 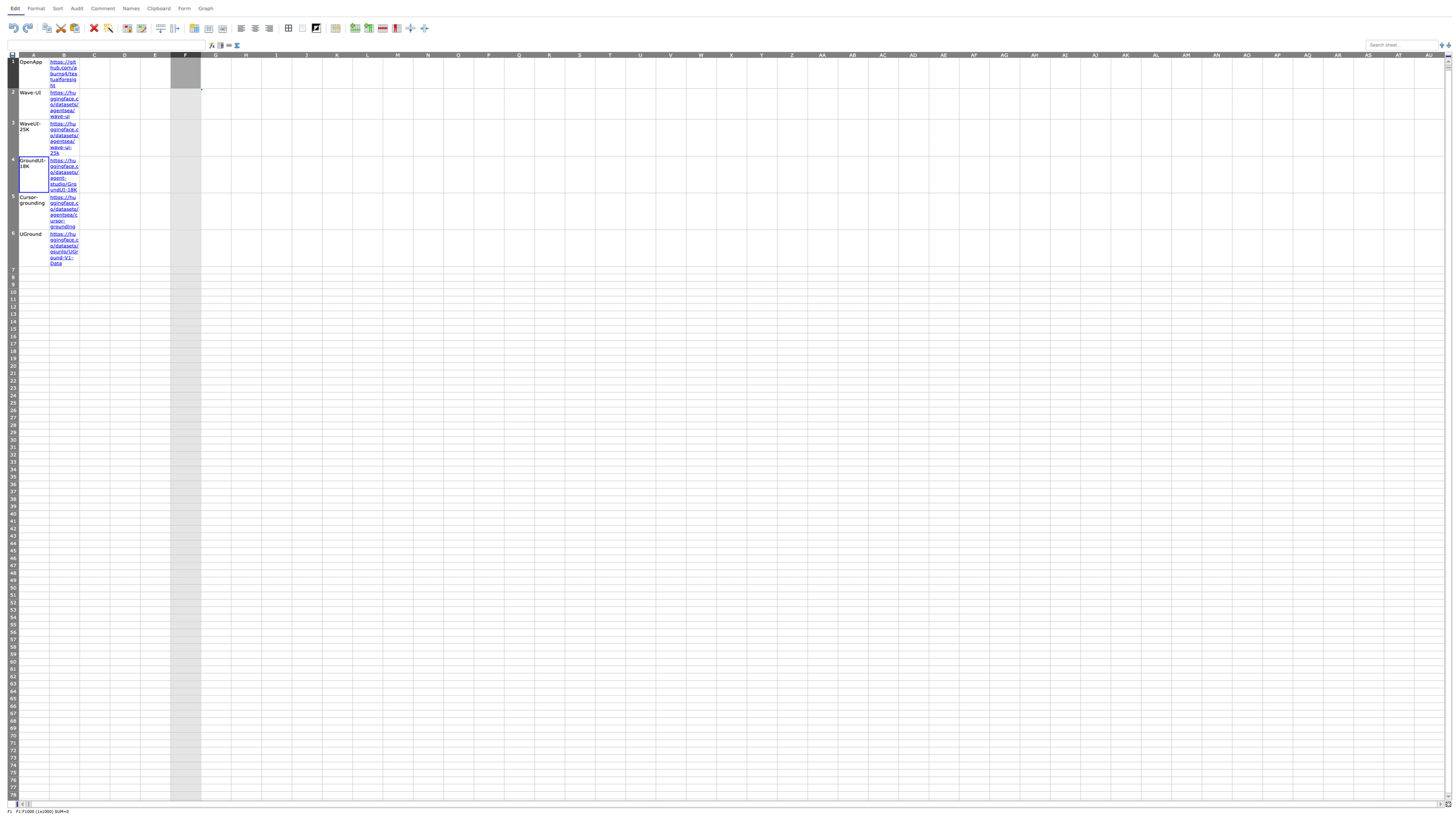 What do you see at coordinates (397, 54) in the screenshot?
I see `Place cursor on column M` at bounding box center [397, 54].